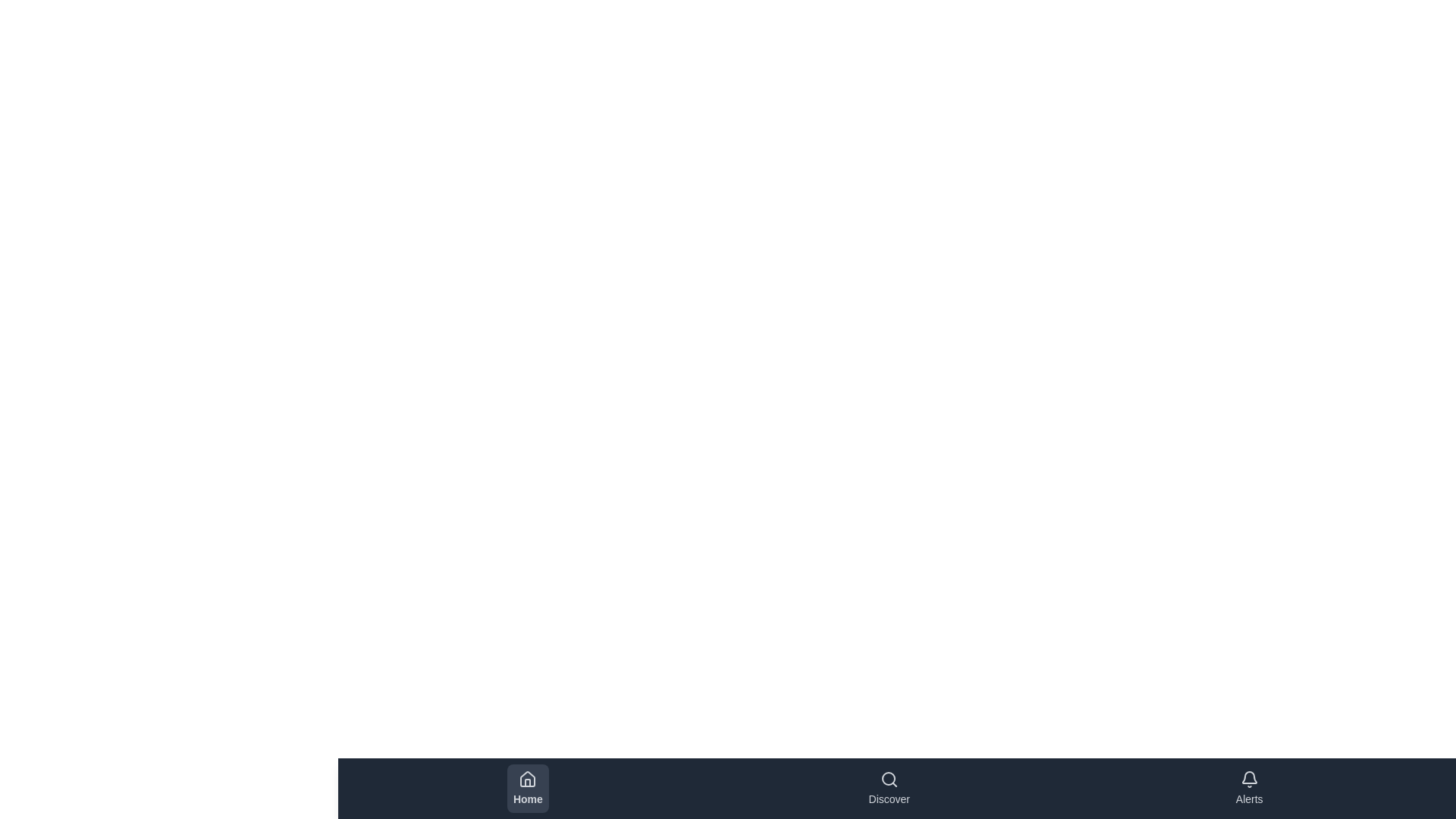  What do you see at coordinates (1249, 788) in the screenshot?
I see `the Alerts button to switch to the corresponding tab` at bounding box center [1249, 788].